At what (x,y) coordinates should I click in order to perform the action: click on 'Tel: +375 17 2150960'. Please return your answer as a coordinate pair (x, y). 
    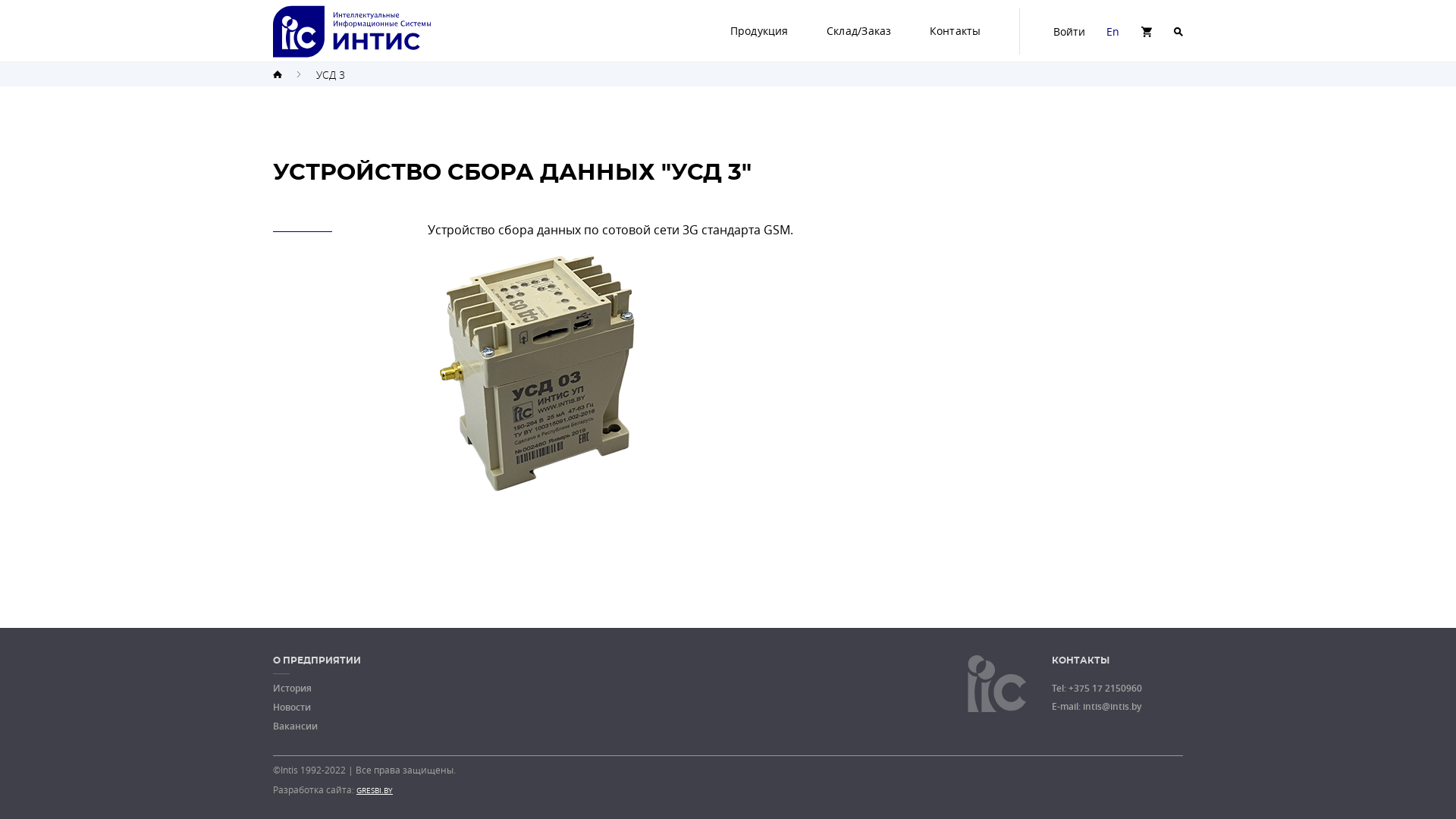
    Looking at the image, I should click on (1097, 688).